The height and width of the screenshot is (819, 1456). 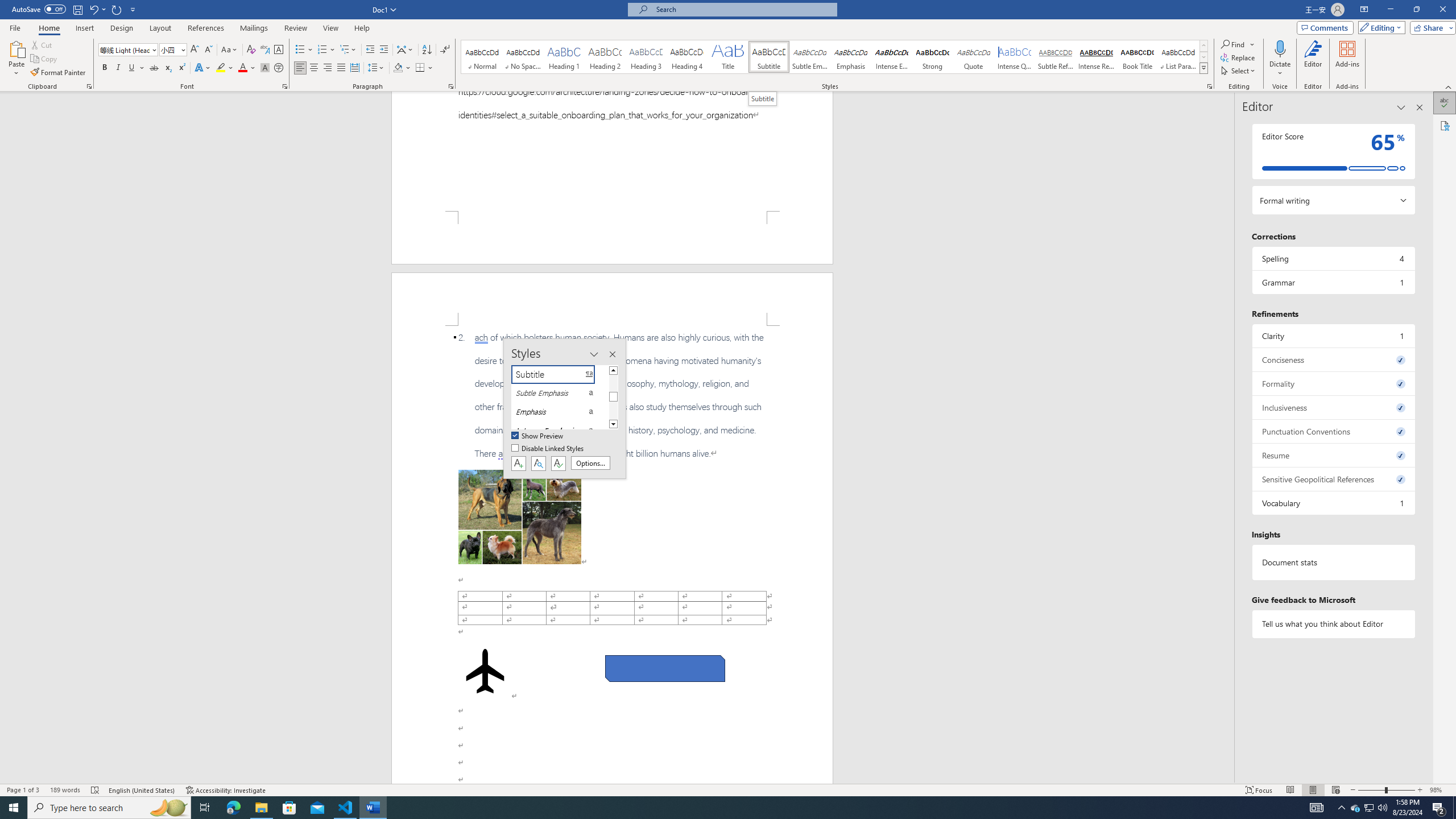 What do you see at coordinates (1401, 107) in the screenshot?
I see `'Task Pane Options'` at bounding box center [1401, 107].